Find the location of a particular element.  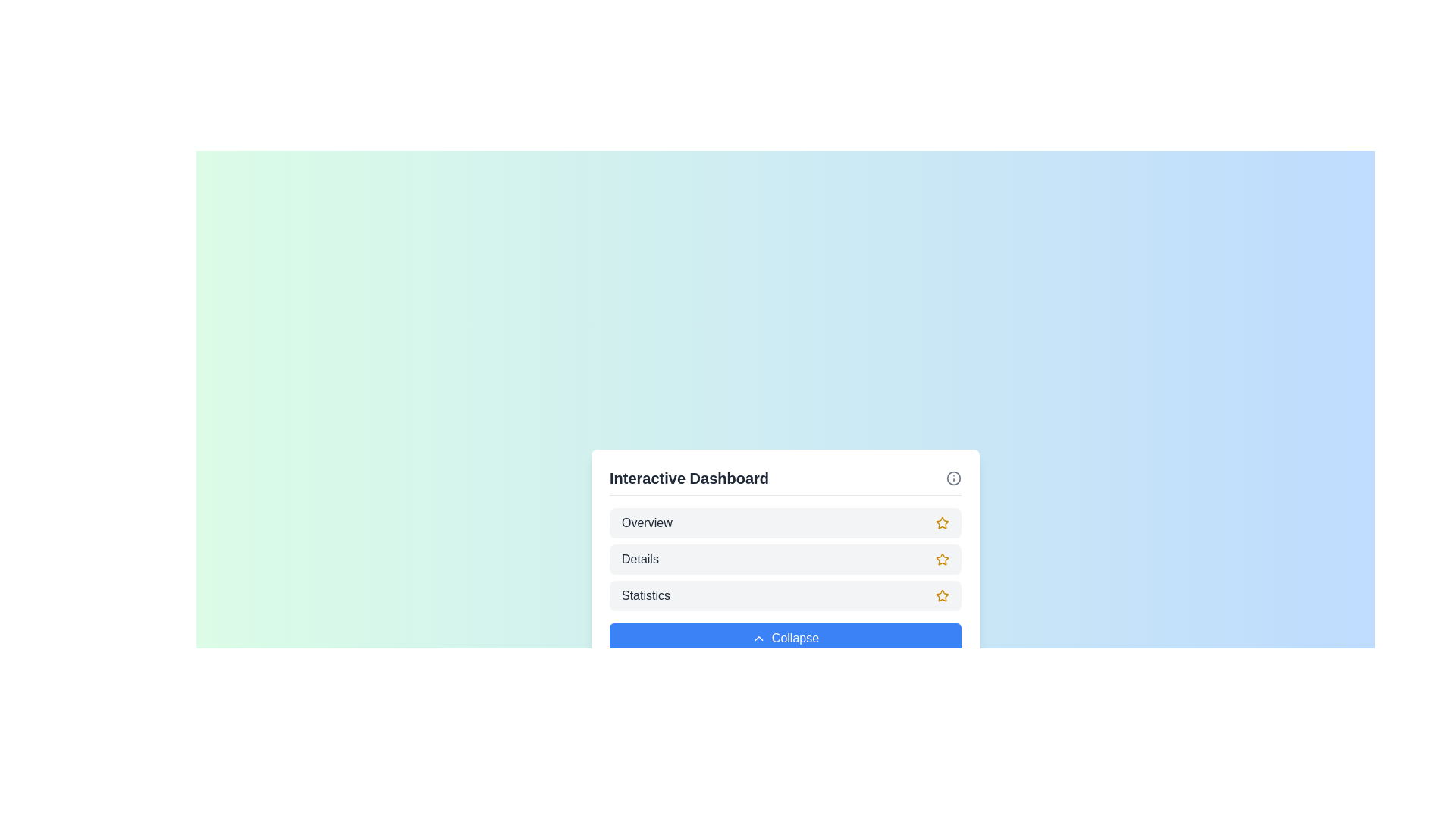

the collapsible section icon located to the left of the 'Collapse' button at the bottom of the interactive card is located at coordinates (758, 638).